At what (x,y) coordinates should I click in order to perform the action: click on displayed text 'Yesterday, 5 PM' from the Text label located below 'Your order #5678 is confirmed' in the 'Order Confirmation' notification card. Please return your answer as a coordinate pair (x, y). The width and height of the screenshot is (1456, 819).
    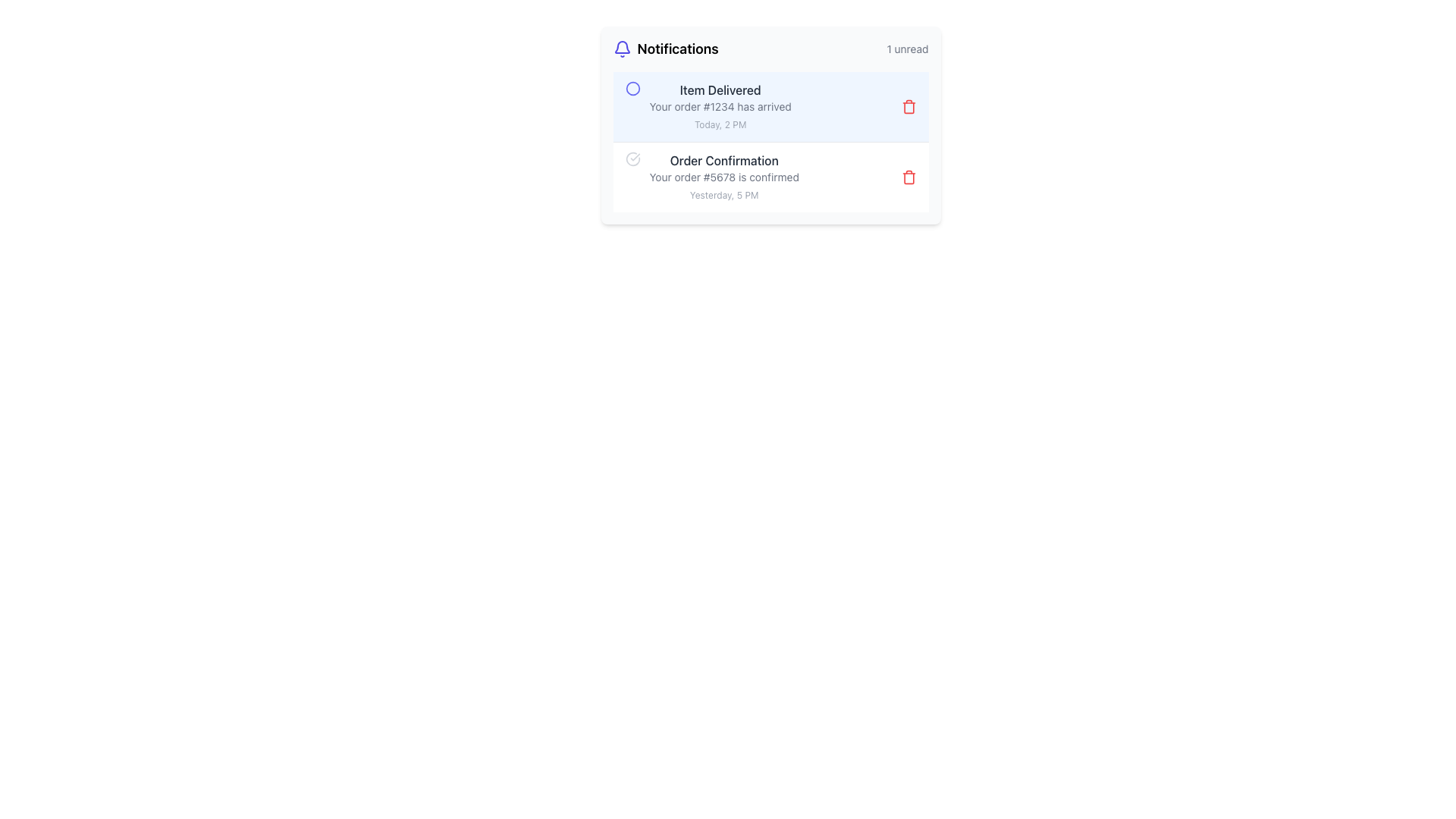
    Looking at the image, I should click on (723, 194).